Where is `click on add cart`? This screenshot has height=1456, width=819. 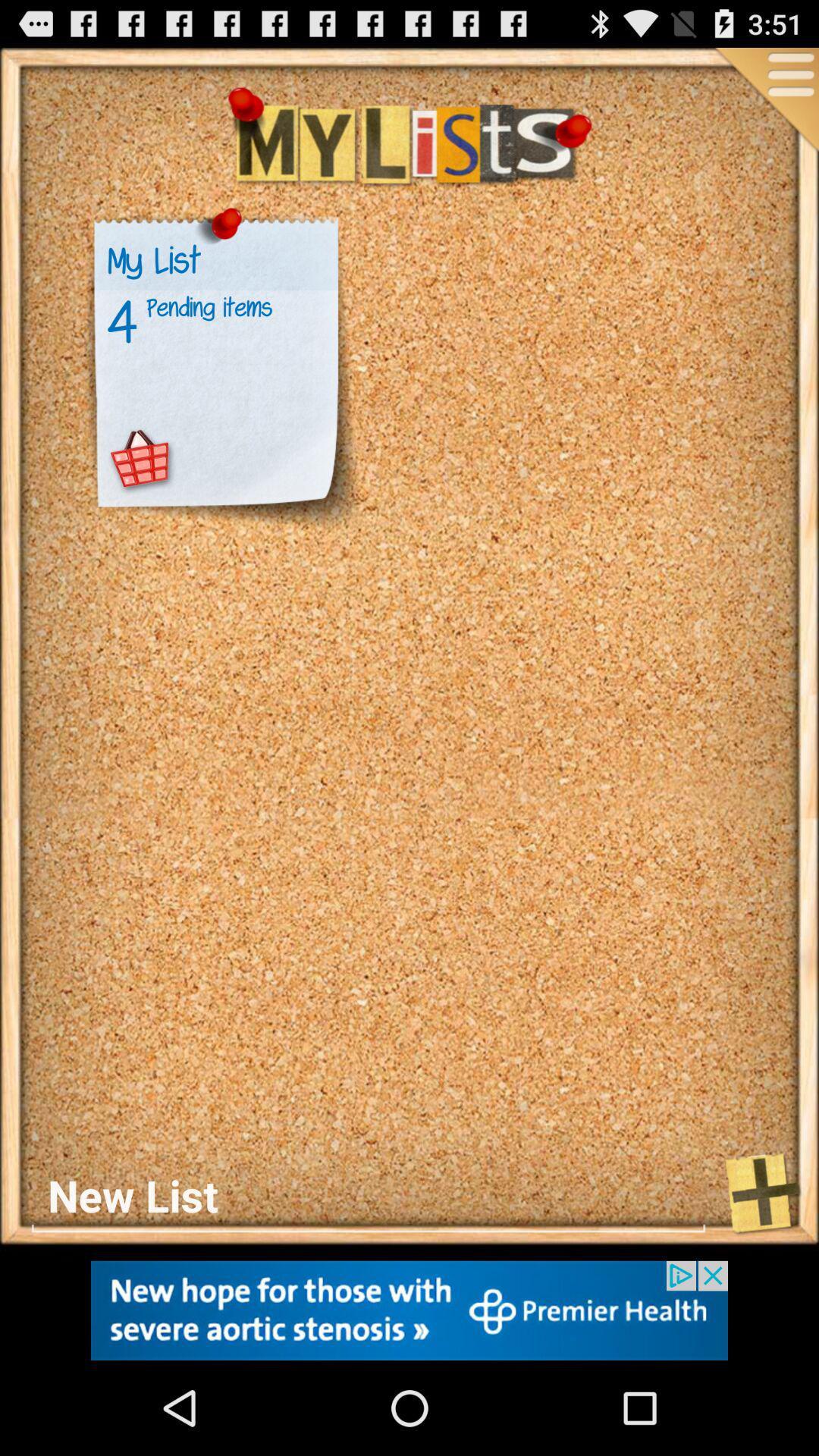 click on add cart is located at coordinates (141, 460).